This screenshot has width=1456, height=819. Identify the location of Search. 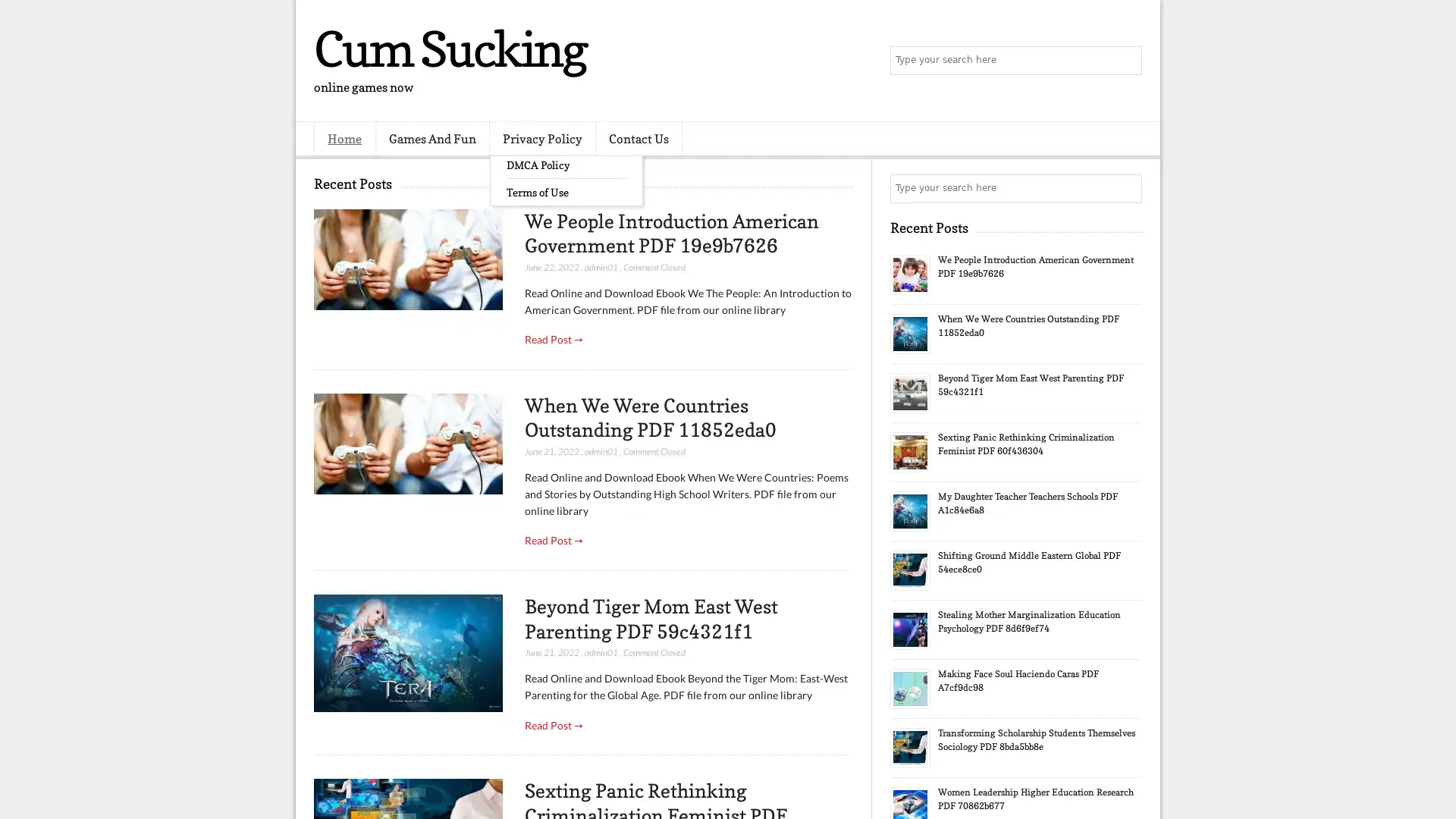
(1126, 188).